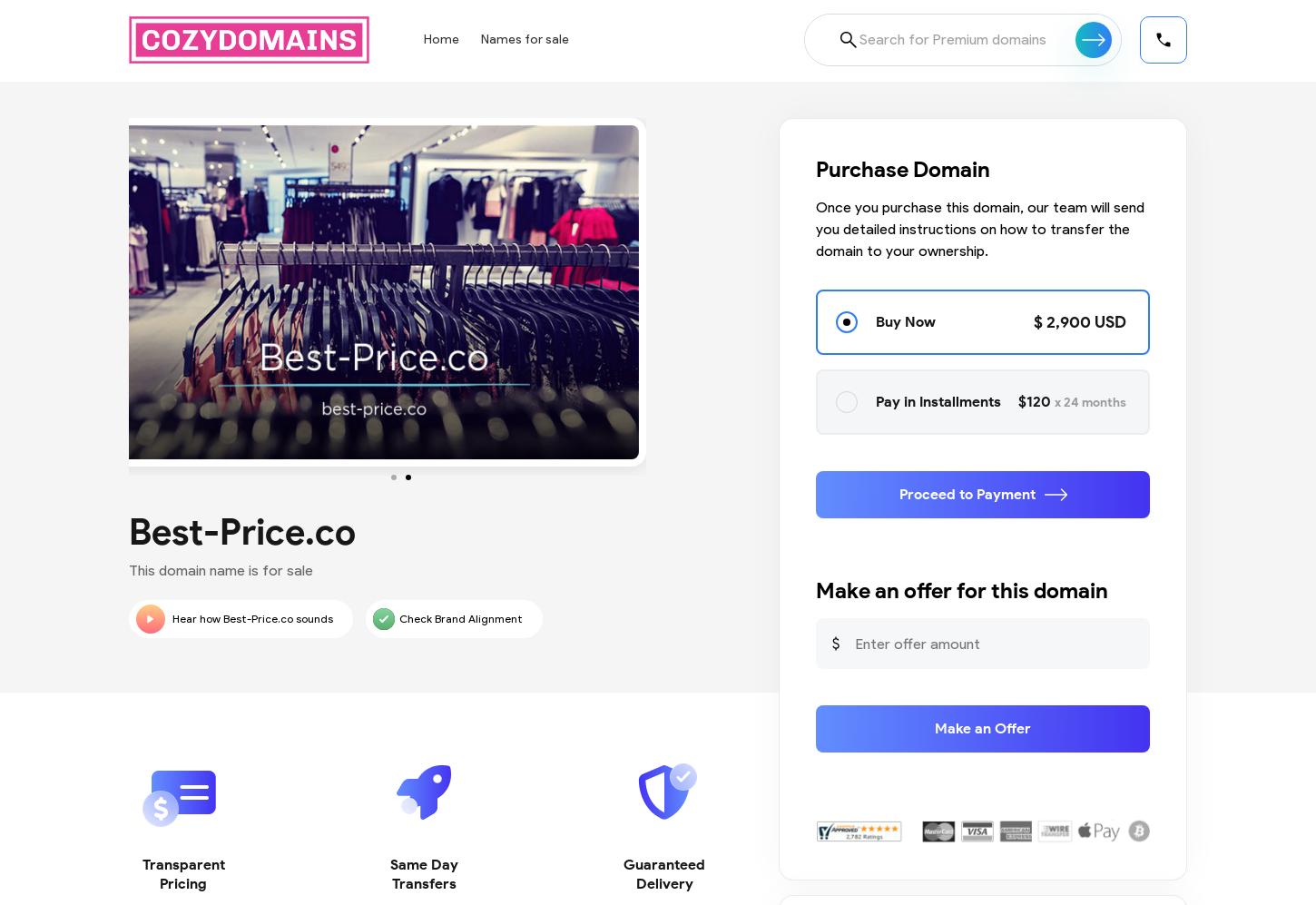 The width and height of the screenshot is (1316, 905). What do you see at coordinates (422, 693) in the screenshot?
I see `'We initiate most domain transfers within same business day of the purchase'` at bounding box center [422, 693].